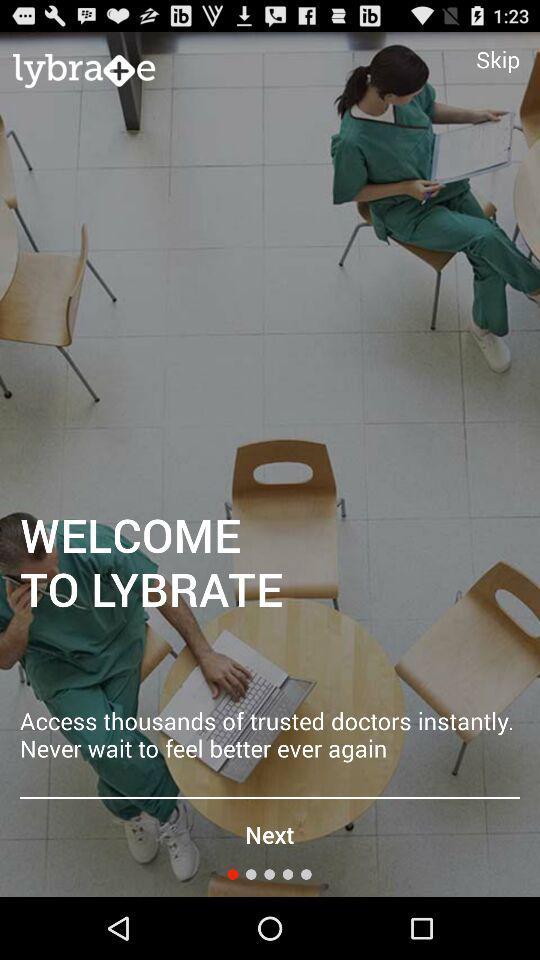 This screenshot has width=540, height=960. What do you see at coordinates (497, 58) in the screenshot?
I see `item above welcome` at bounding box center [497, 58].